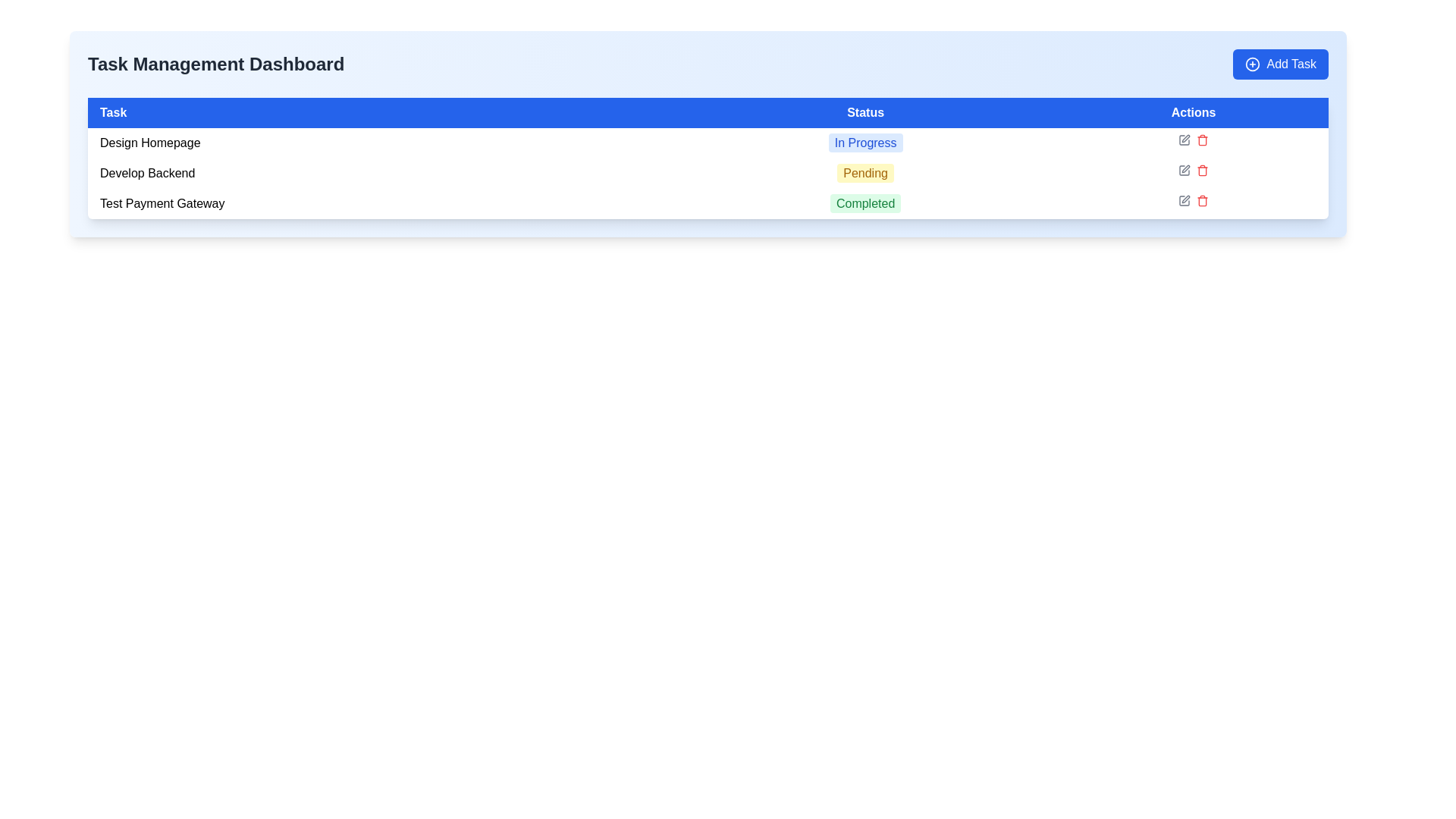 This screenshot has width=1456, height=819. Describe the element at coordinates (380, 143) in the screenshot. I see `the first cell in the 'Task' column of the task management table, which displays the title of a task` at that location.